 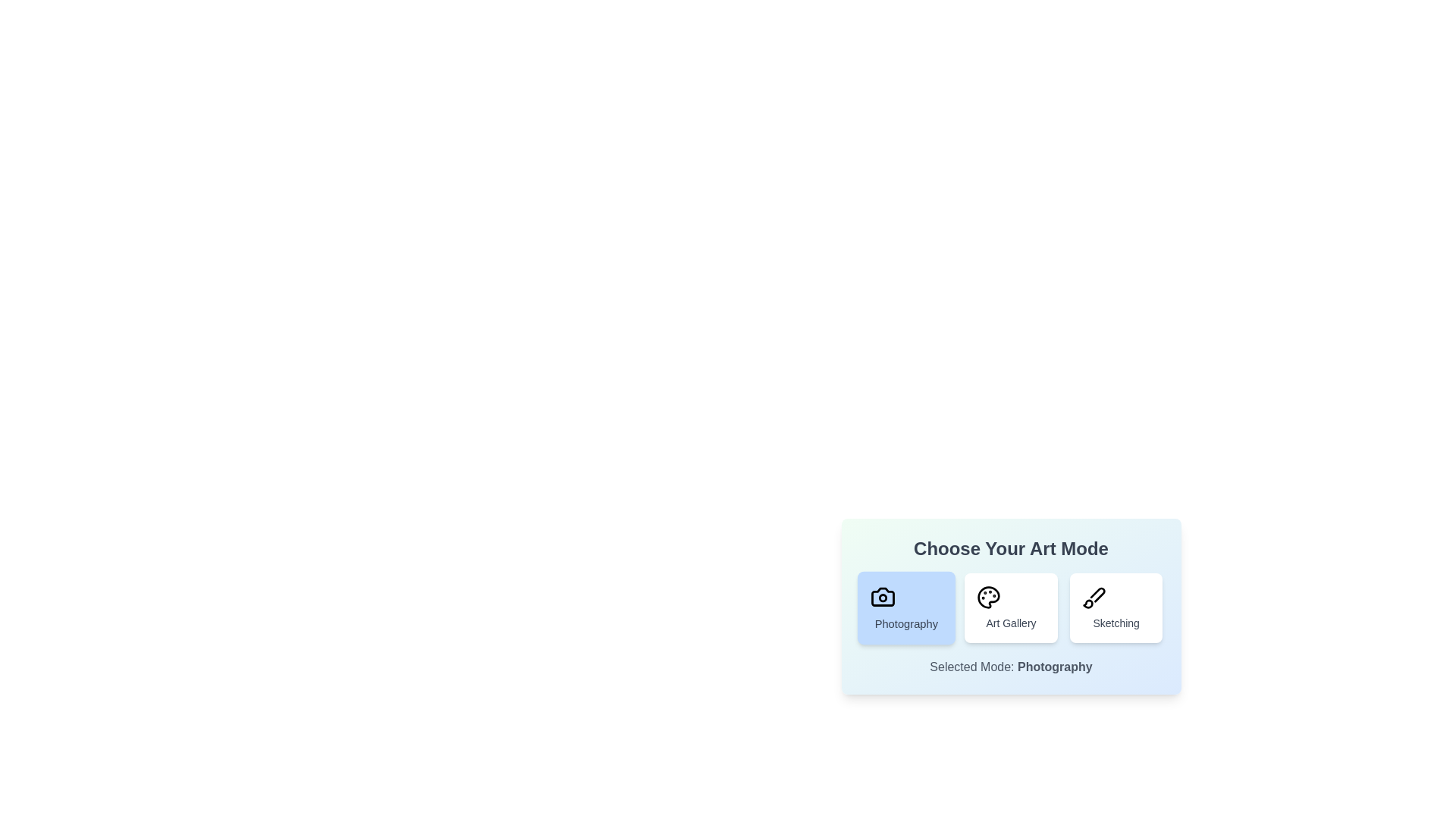 I want to click on the art mode by clicking on the button corresponding to Art Gallery, so click(x=1011, y=607).